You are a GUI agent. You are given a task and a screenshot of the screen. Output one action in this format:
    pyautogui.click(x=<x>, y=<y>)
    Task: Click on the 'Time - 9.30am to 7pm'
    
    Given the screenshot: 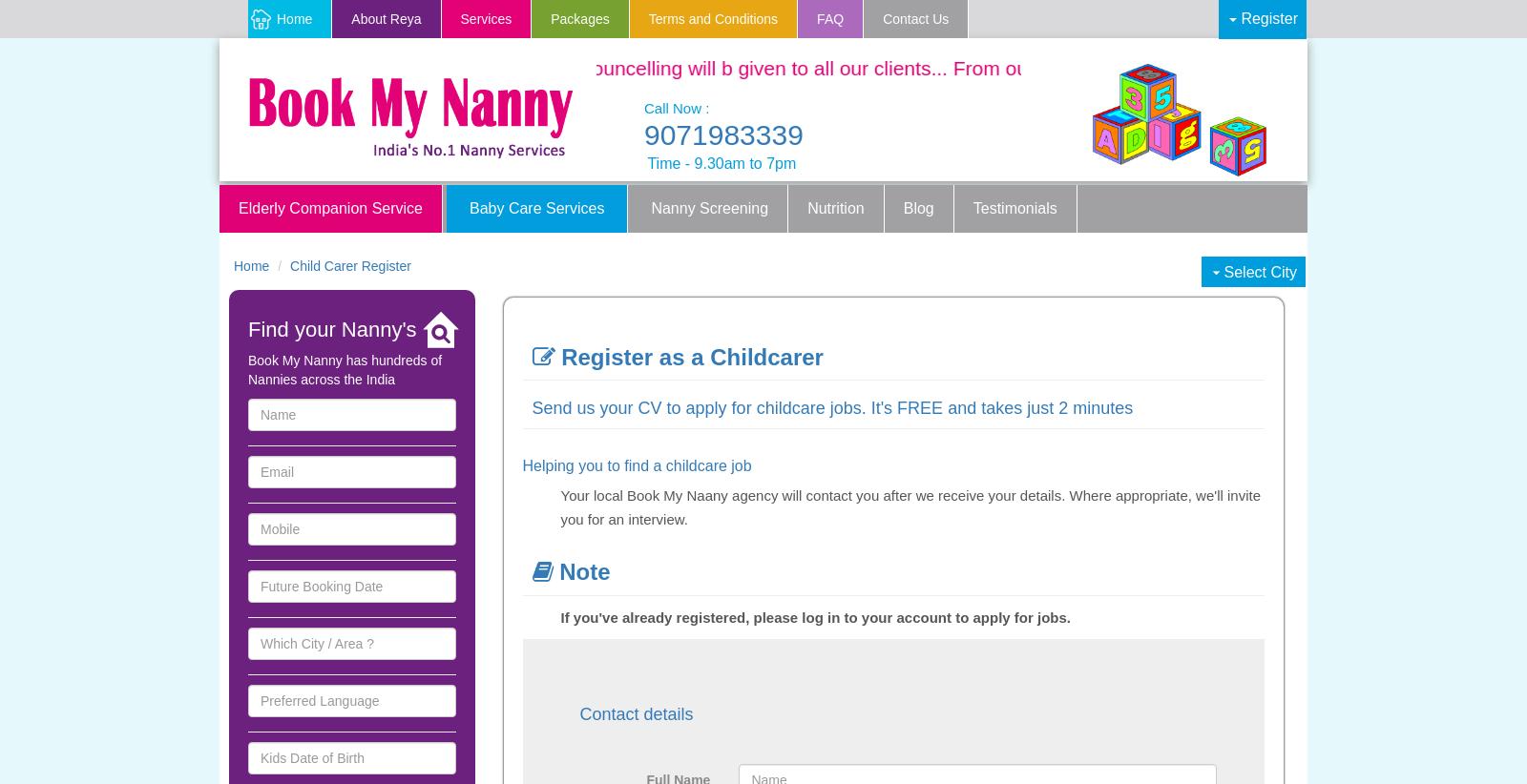 What is the action you would take?
    pyautogui.click(x=722, y=161)
    